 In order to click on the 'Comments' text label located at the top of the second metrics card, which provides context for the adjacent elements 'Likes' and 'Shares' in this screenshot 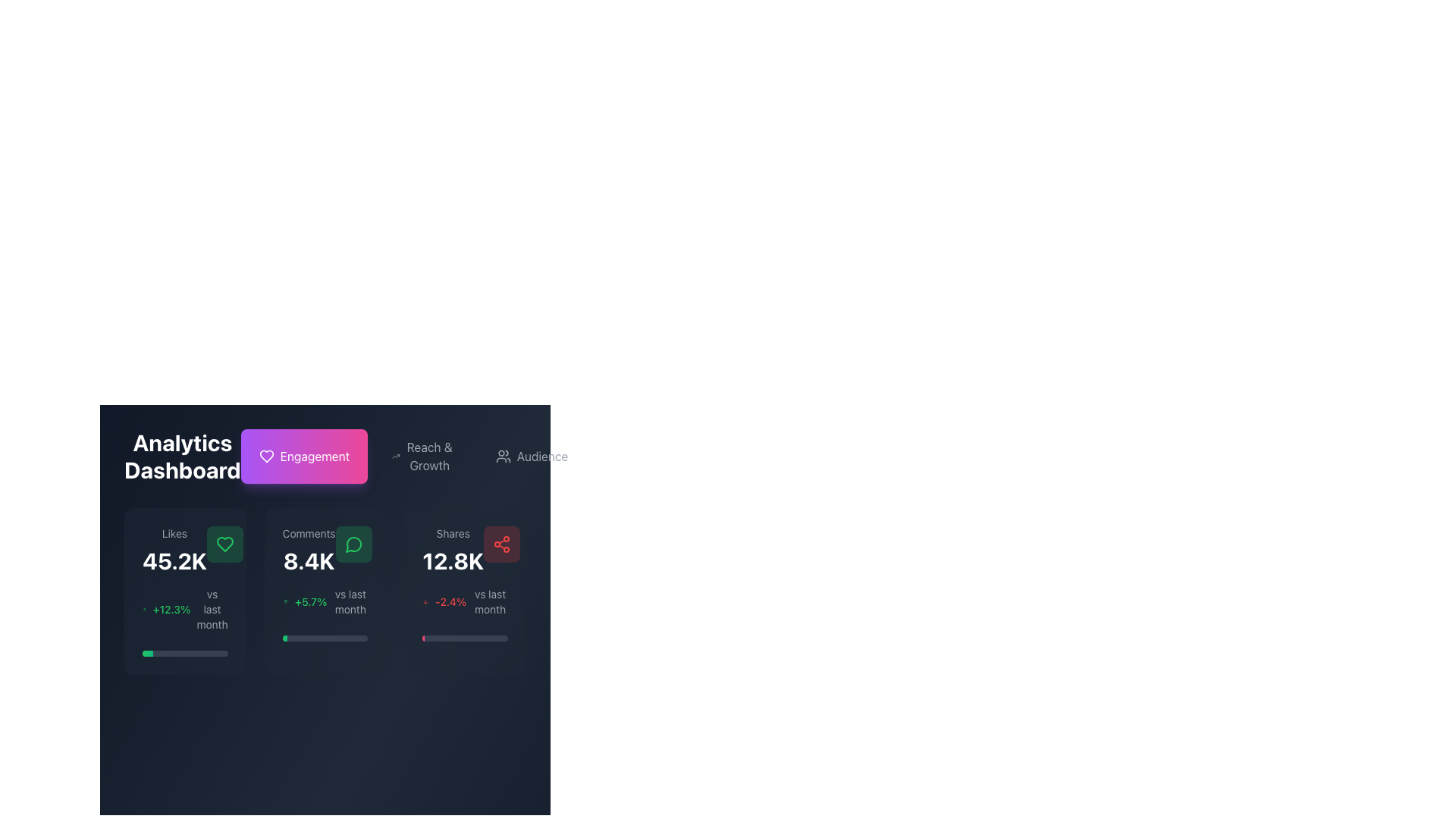, I will do `click(308, 533)`.